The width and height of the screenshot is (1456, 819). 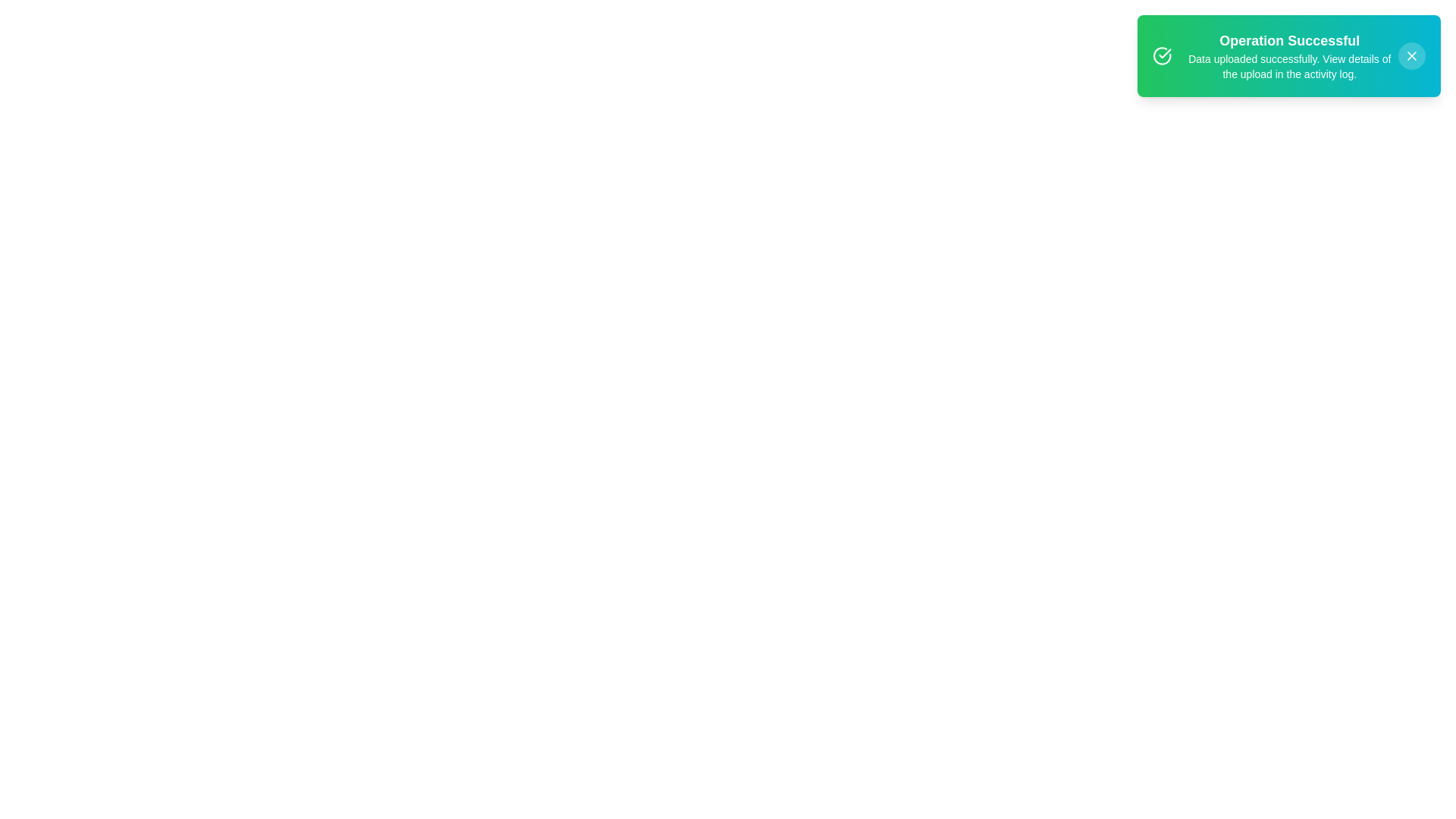 I want to click on the success icon located at the leftmost side of the notification box, adjacent to the text 'Operation Successful', so click(x=1161, y=55).